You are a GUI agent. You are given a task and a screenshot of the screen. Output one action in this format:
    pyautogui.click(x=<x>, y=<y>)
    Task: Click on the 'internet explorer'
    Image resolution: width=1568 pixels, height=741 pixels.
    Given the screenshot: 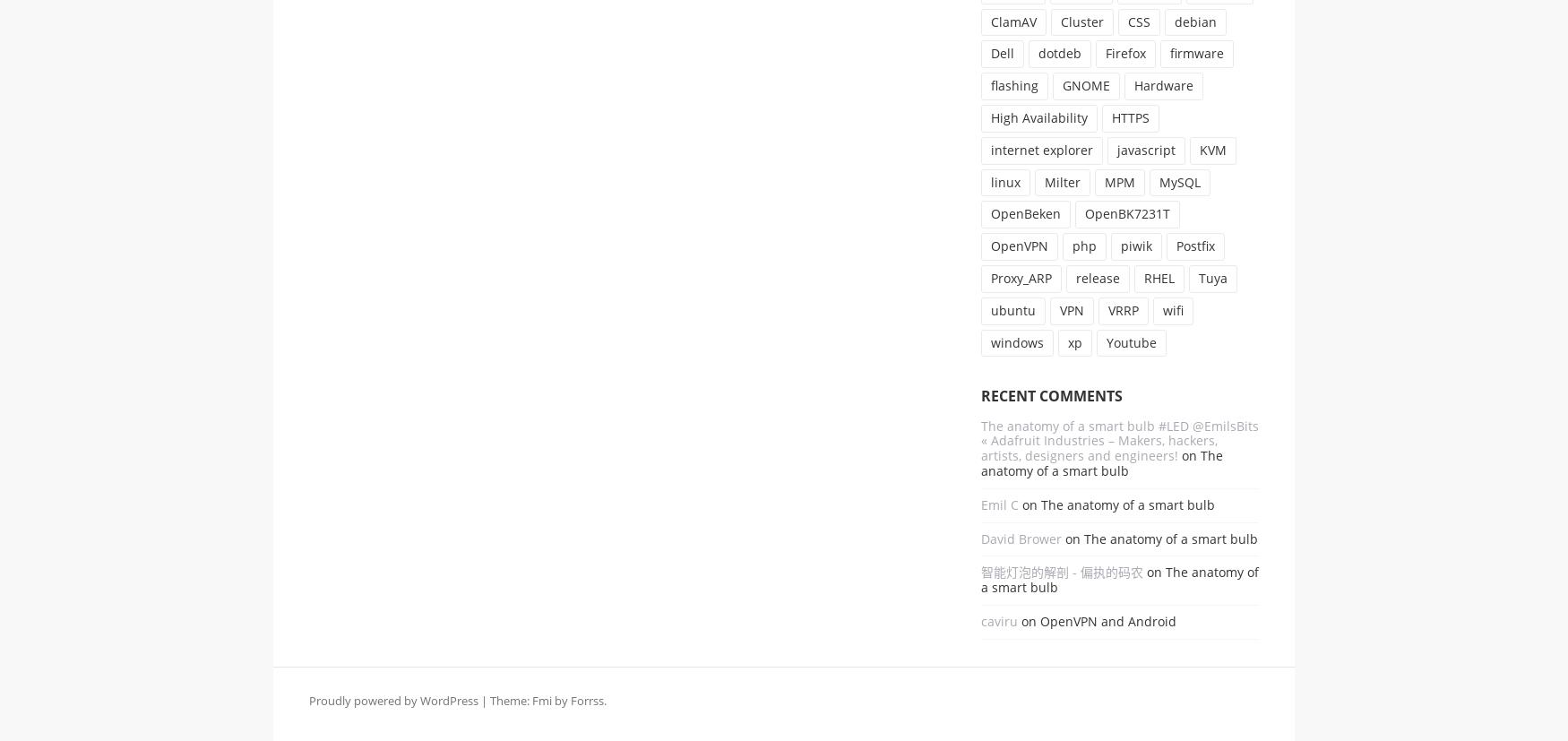 What is the action you would take?
    pyautogui.click(x=1041, y=148)
    